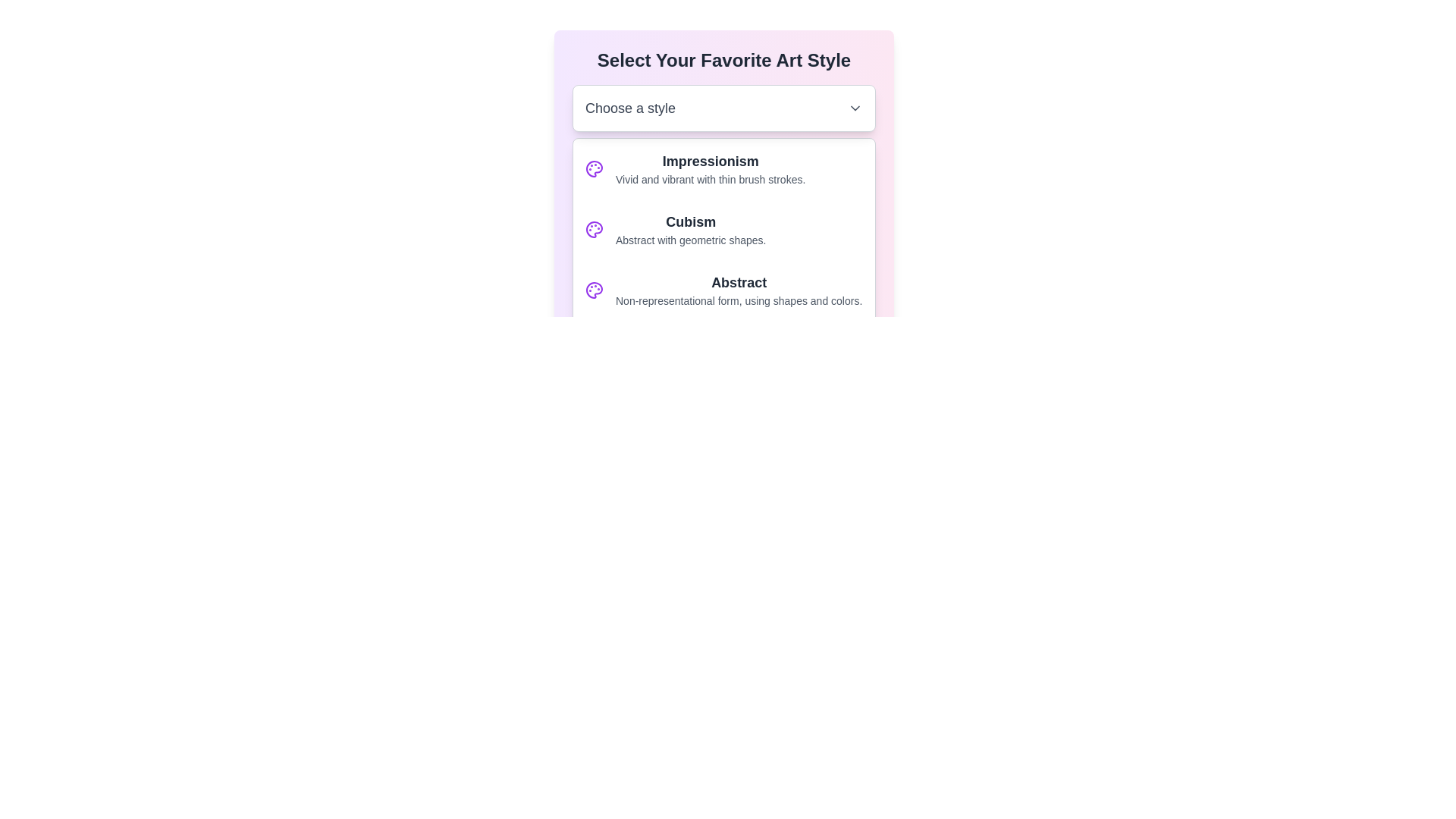  What do you see at coordinates (723, 215) in the screenshot?
I see `keyboard navigation` at bounding box center [723, 215].